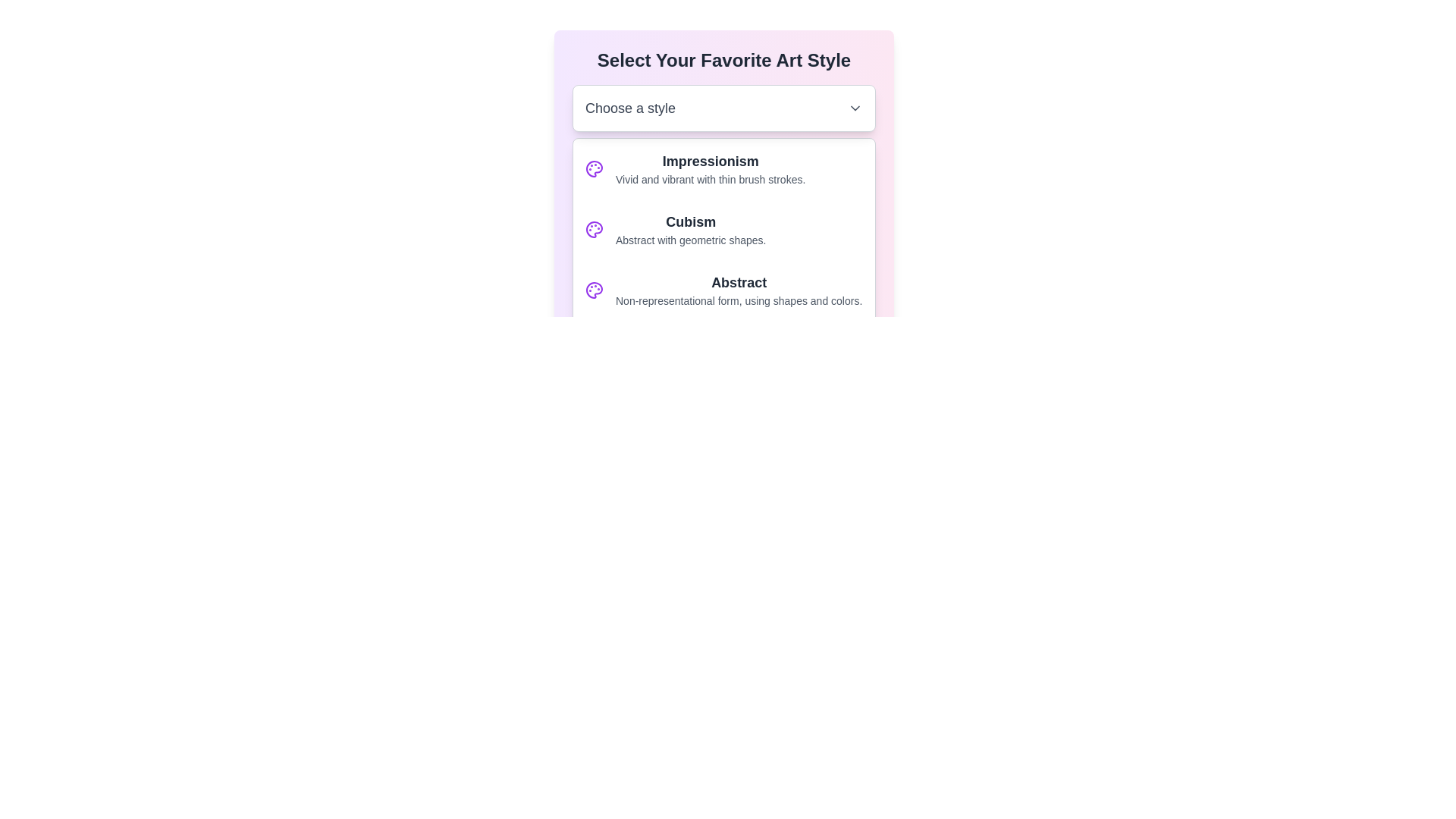  What do you see at coordinates (723, 215) in the screenshot?
I see `keyboard navigation` at bounding box center [723, 215].